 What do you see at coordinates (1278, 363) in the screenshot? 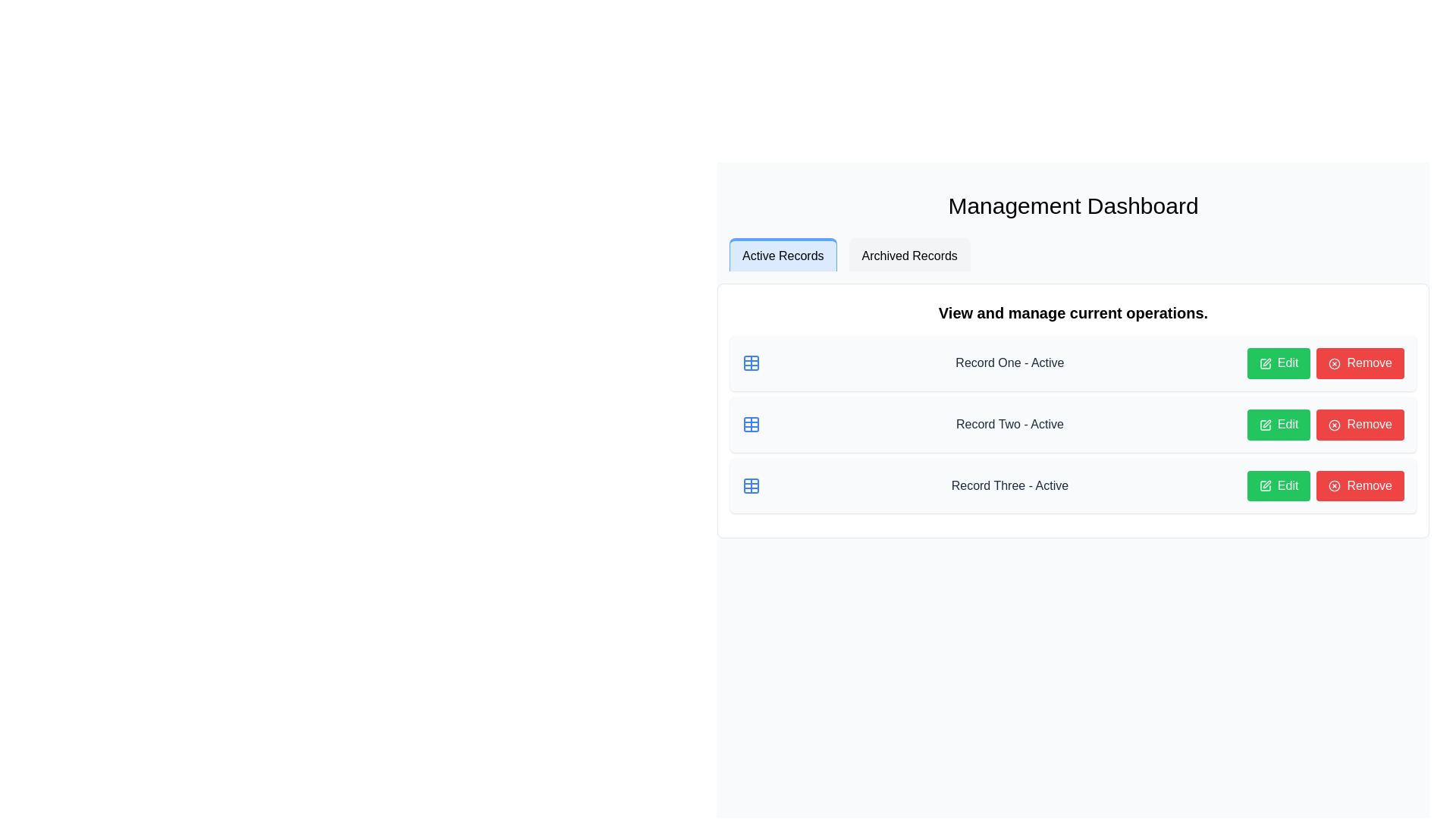
I see `the first button in the row containing 'Record One - Active' to initiate the editing process for that record` at bounding box center [1278, 363].